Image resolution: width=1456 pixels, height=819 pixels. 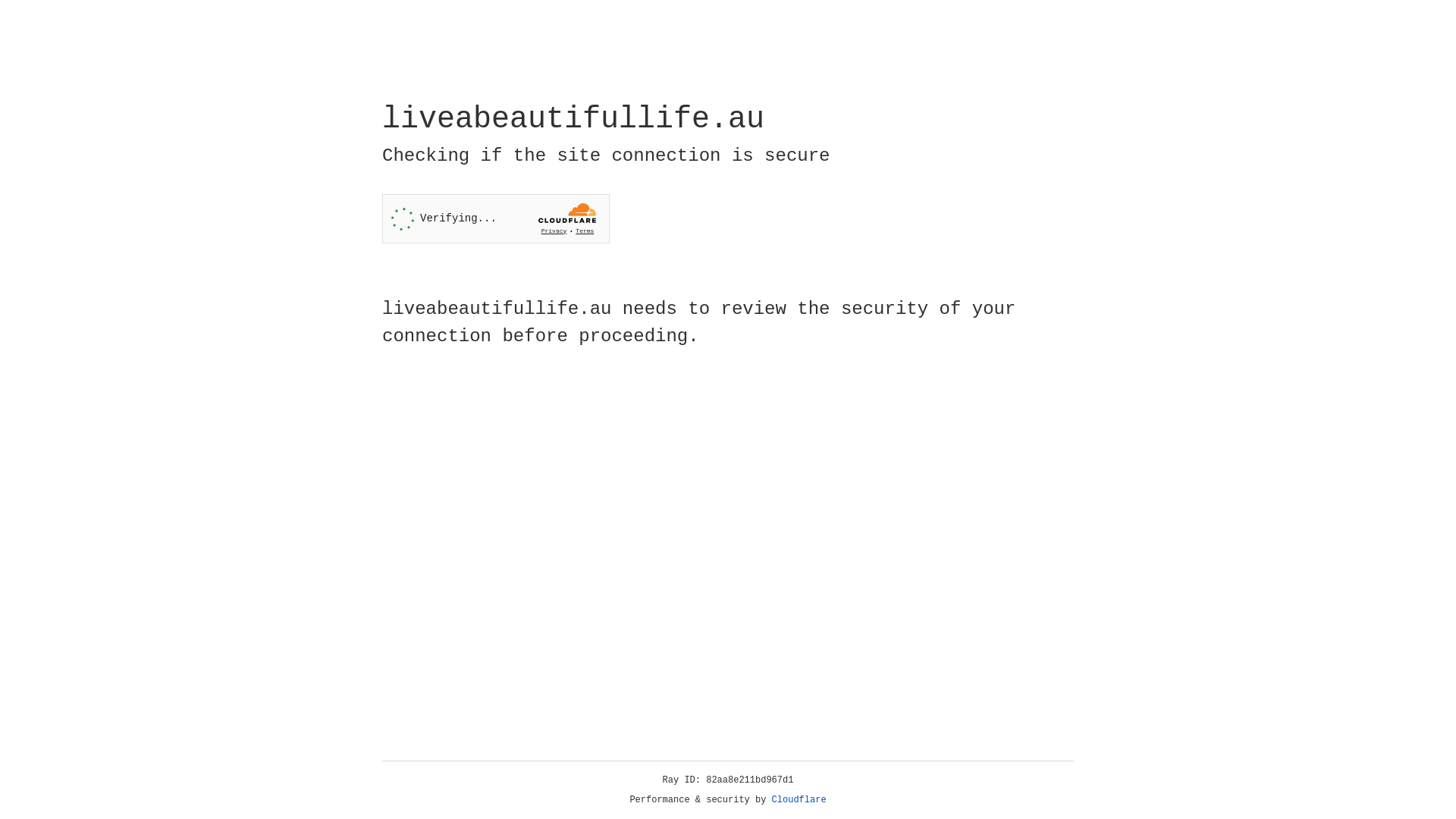 What do you see at coordinates (495, 218) in the screenshot?
I see `'Widget containing a Cloudflare security challenge'` at bounding box center [495, 218].